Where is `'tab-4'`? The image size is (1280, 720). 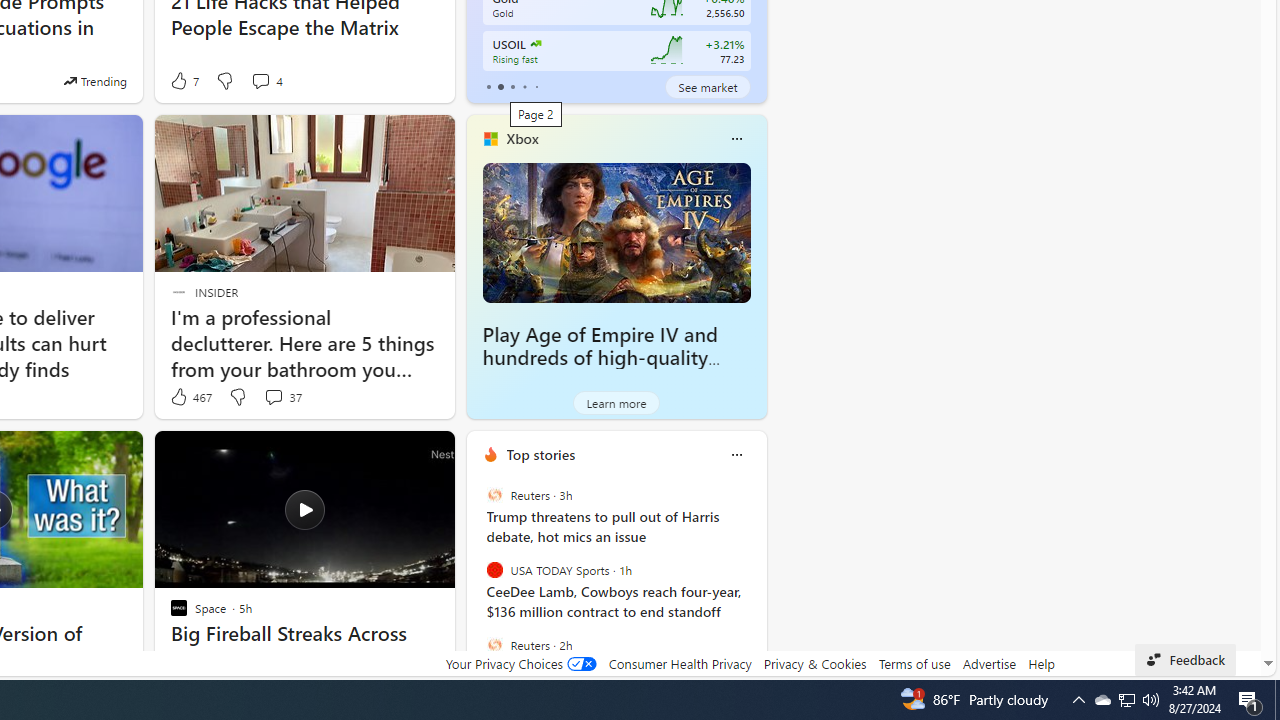 'tab-4' is located at coordinates (536, 86).